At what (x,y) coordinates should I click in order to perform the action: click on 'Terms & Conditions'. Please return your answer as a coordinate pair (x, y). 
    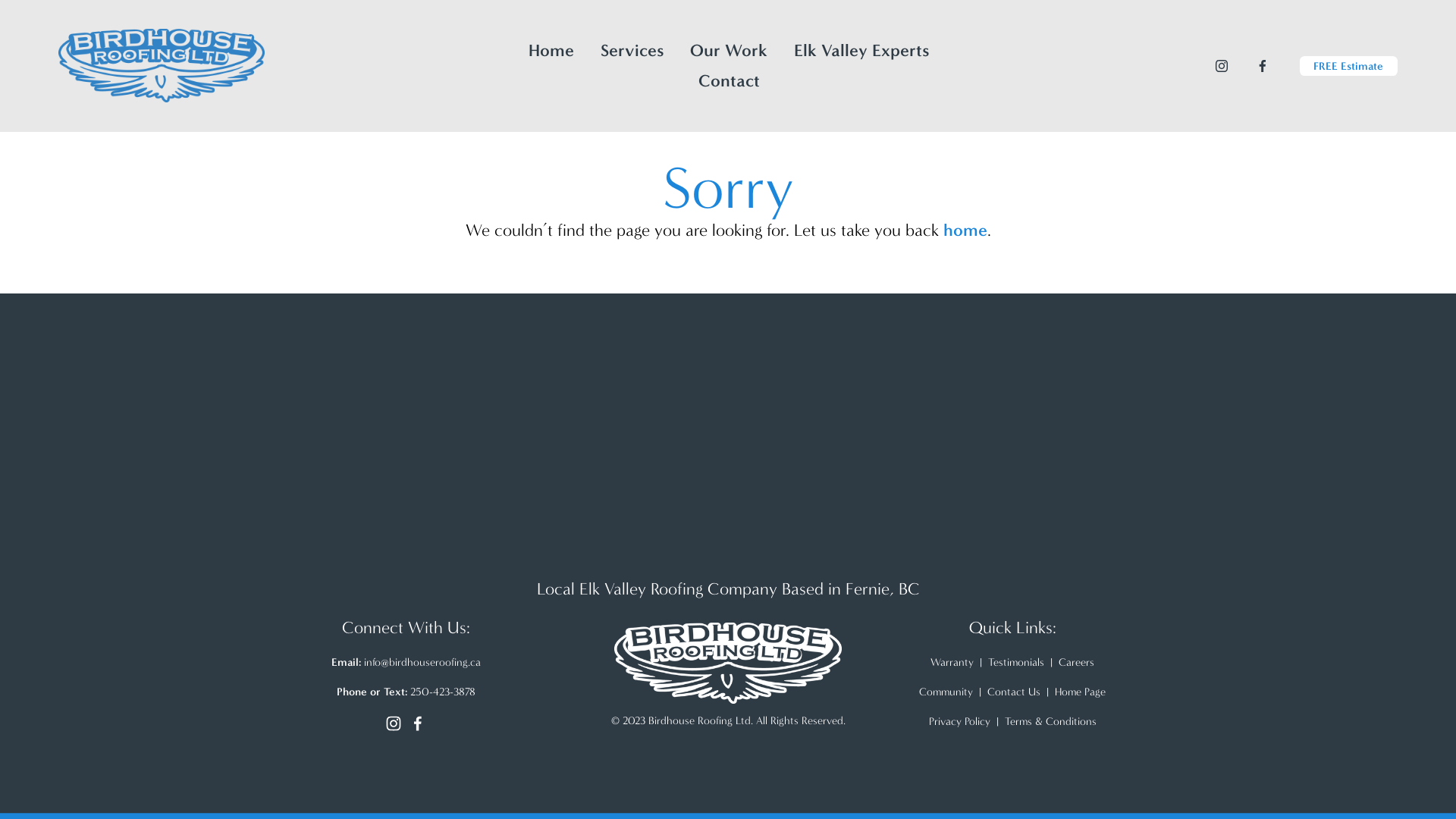
    Looking at the image, I should click on (1049, 720).